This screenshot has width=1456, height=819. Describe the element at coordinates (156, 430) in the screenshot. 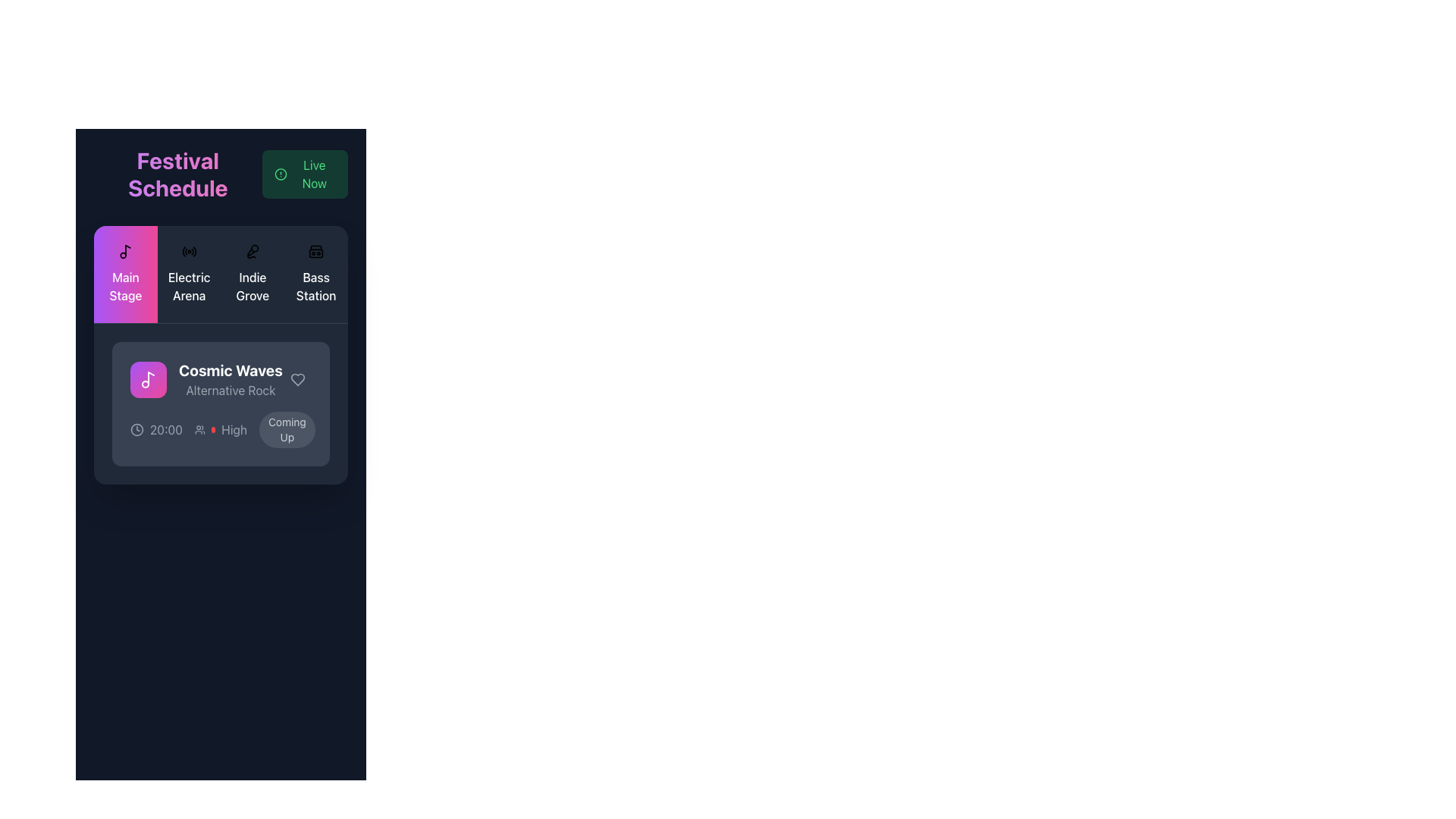

I see `the Time indicator with an associated icon that displays the scheduled time of the event 'Cosmic Waves', located as the leftmost item in the metadata row beneath the event` at that location.